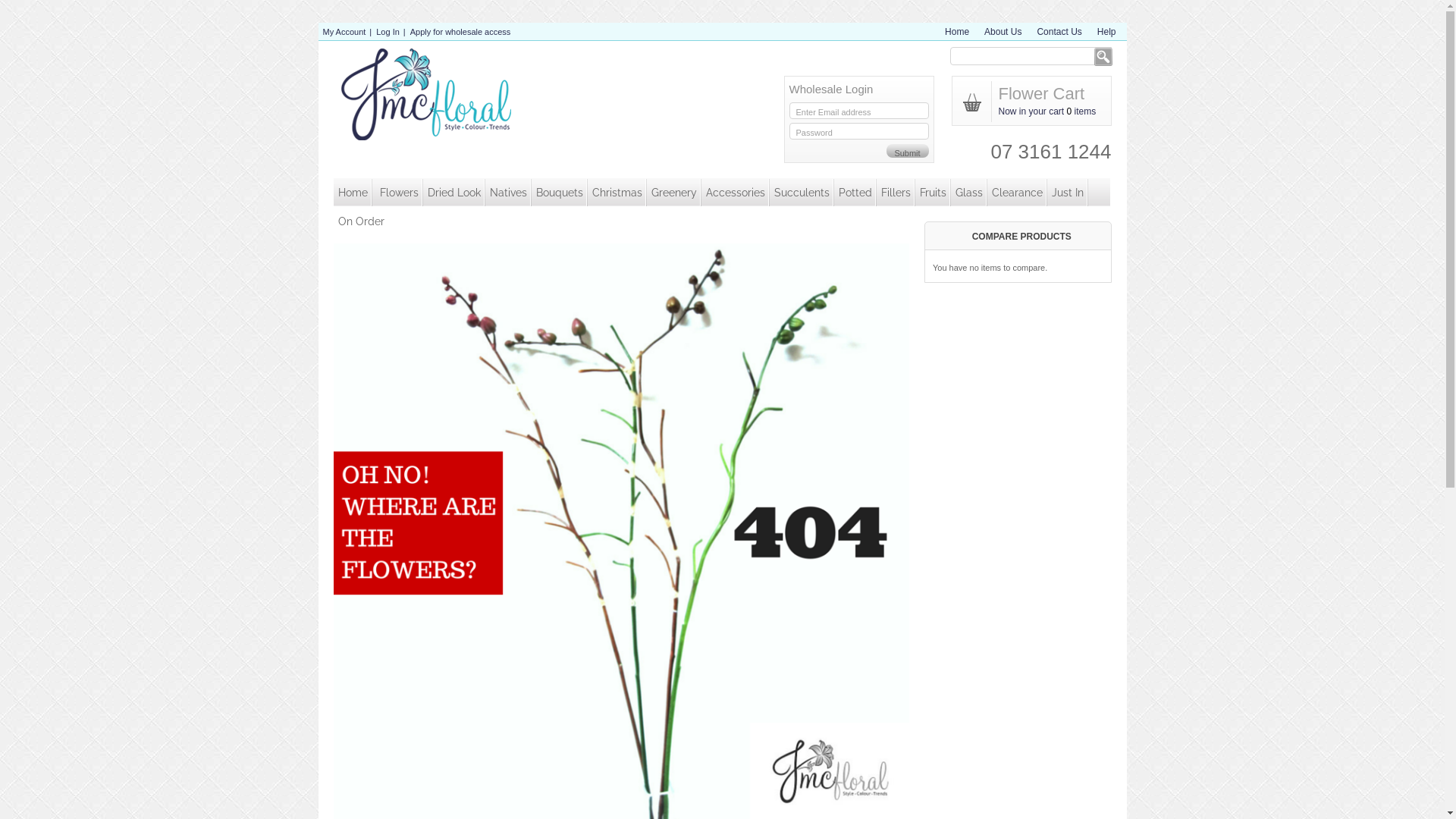 The width and height of the screenshot is (1456, 819). Describe the element at coordinates (1062, 32) in the screenshot. I see `'Contact Us'` at that location.